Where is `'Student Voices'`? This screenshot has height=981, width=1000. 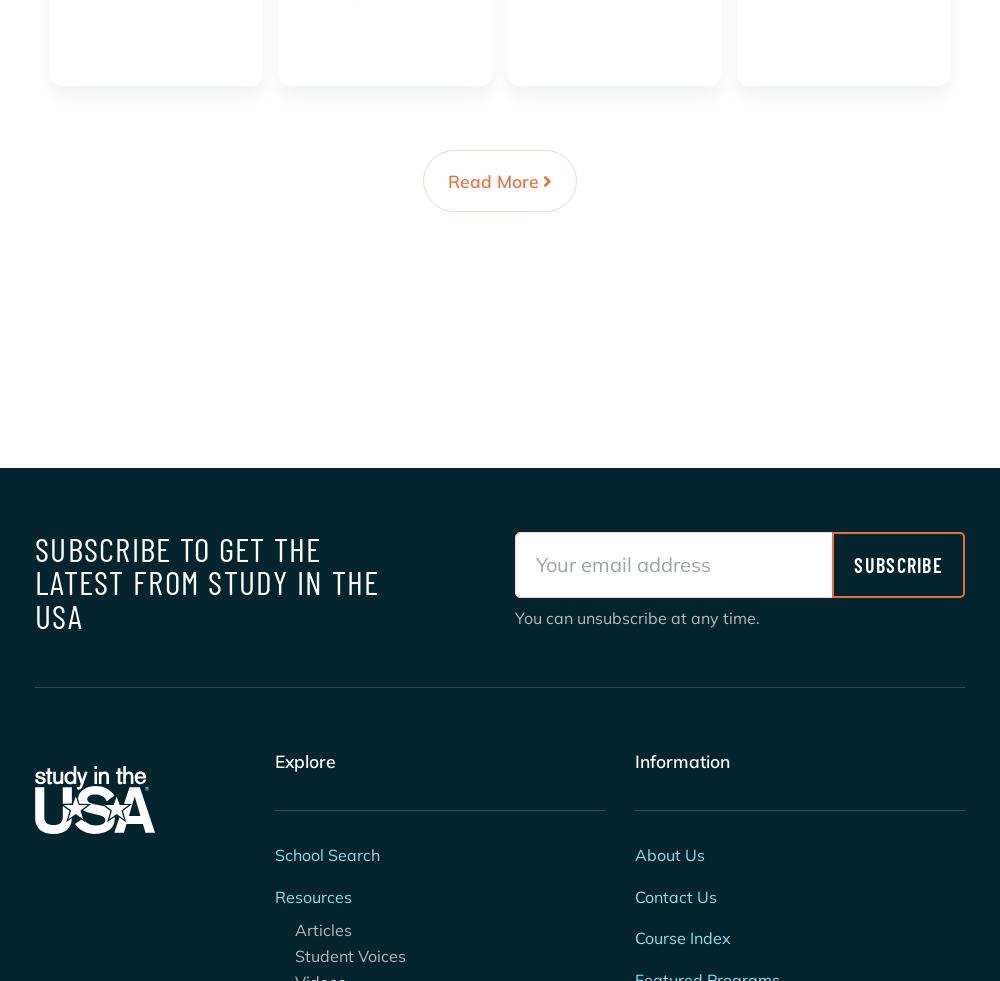
'Student Voices' is located at coordinates (339, 955).